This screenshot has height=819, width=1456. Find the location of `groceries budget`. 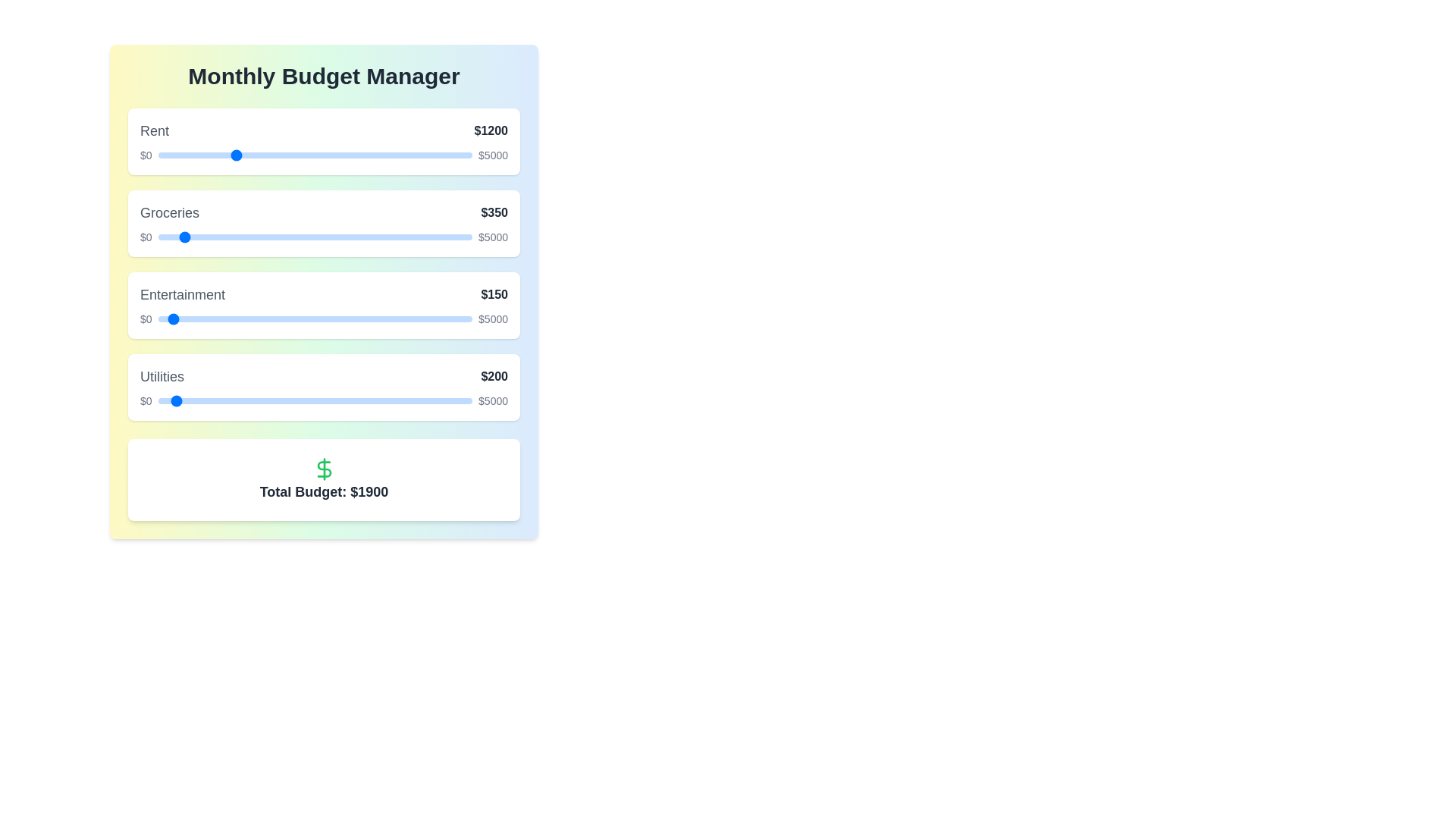

groceries budget is located at coordinates (288, 237).